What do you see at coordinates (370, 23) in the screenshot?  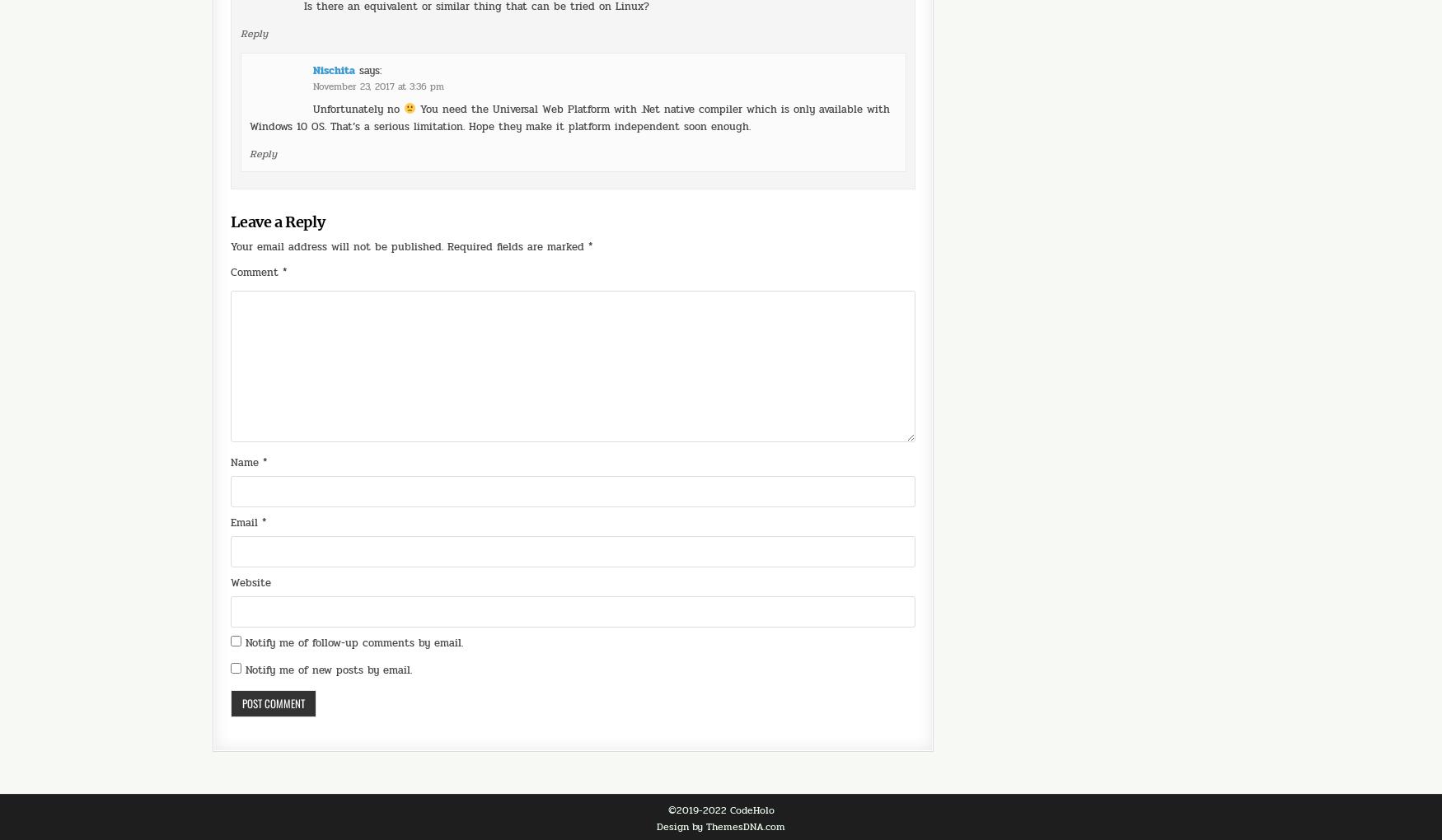 I see `'says:'` at bounding box center [370, 23].